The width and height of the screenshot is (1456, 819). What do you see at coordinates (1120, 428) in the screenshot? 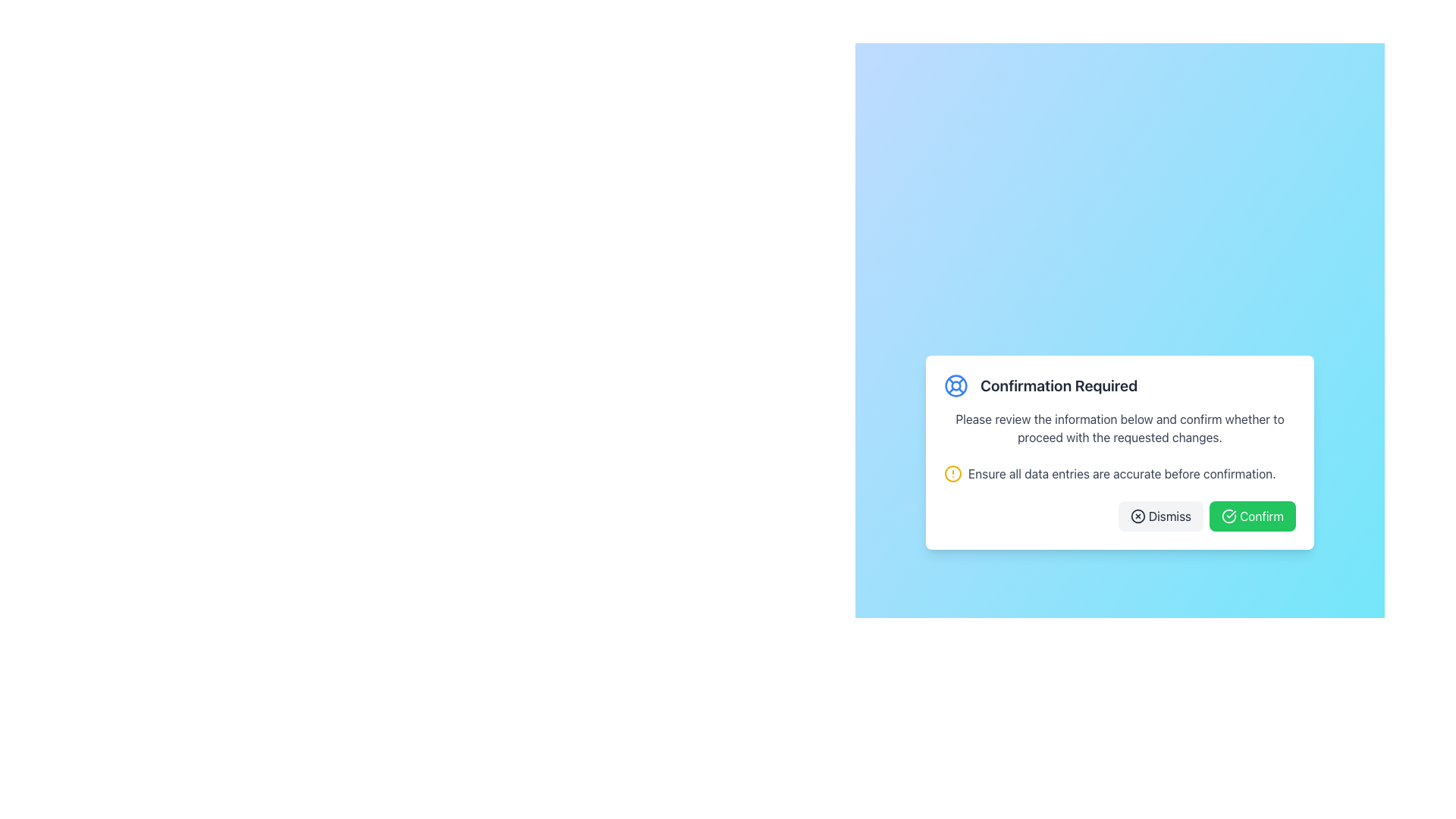
I see `the static text reading 'Please review the information below and confirm whether to proceed with the requested changes.', which is styled in gray font and positioned within a modal dialog box, below the title 'Confirmation Required'` at bounding box center [1120, 428].